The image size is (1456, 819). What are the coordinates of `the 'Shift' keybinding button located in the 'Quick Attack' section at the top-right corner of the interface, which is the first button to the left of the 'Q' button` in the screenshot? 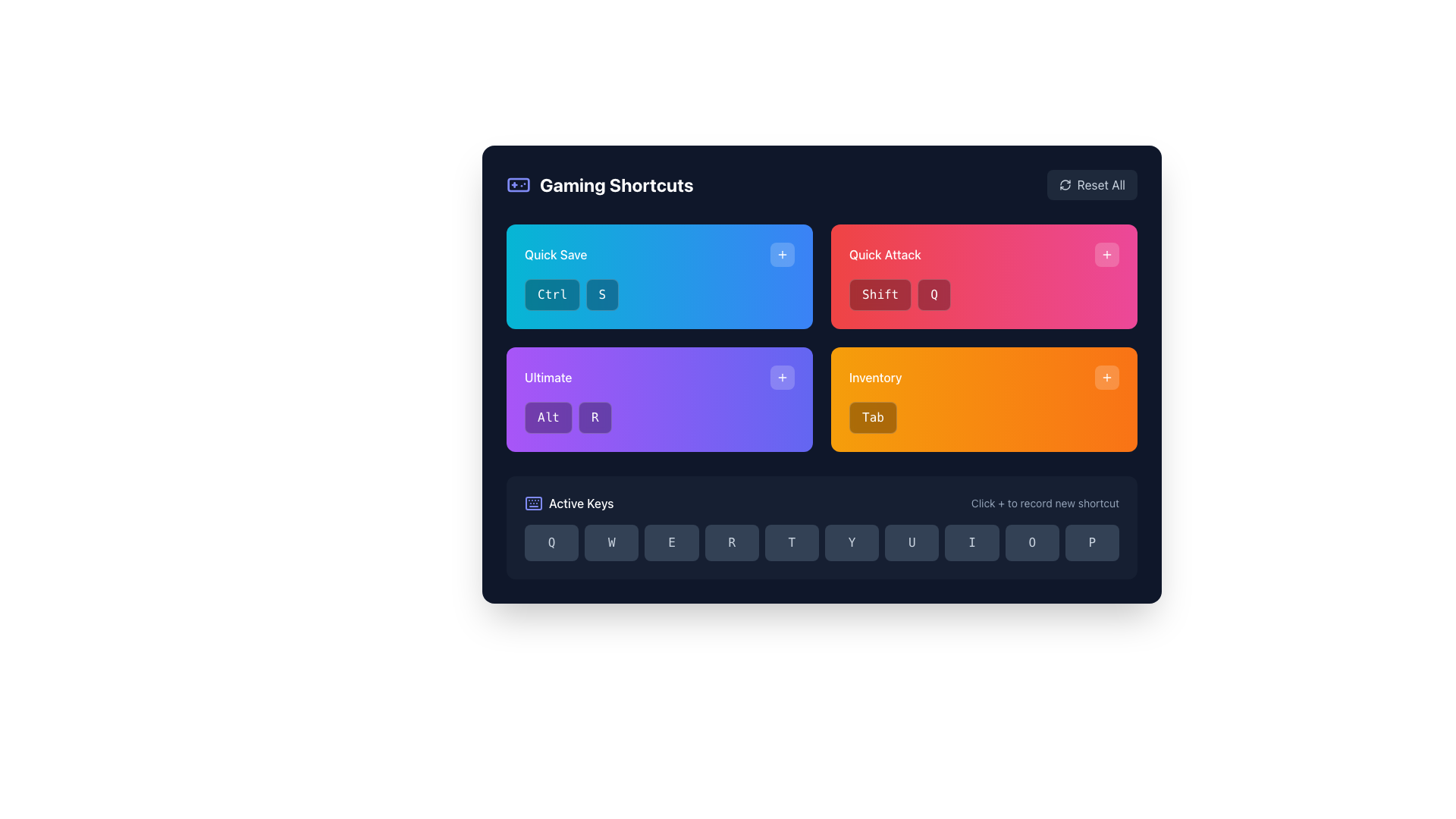 It's located at (880, 295).